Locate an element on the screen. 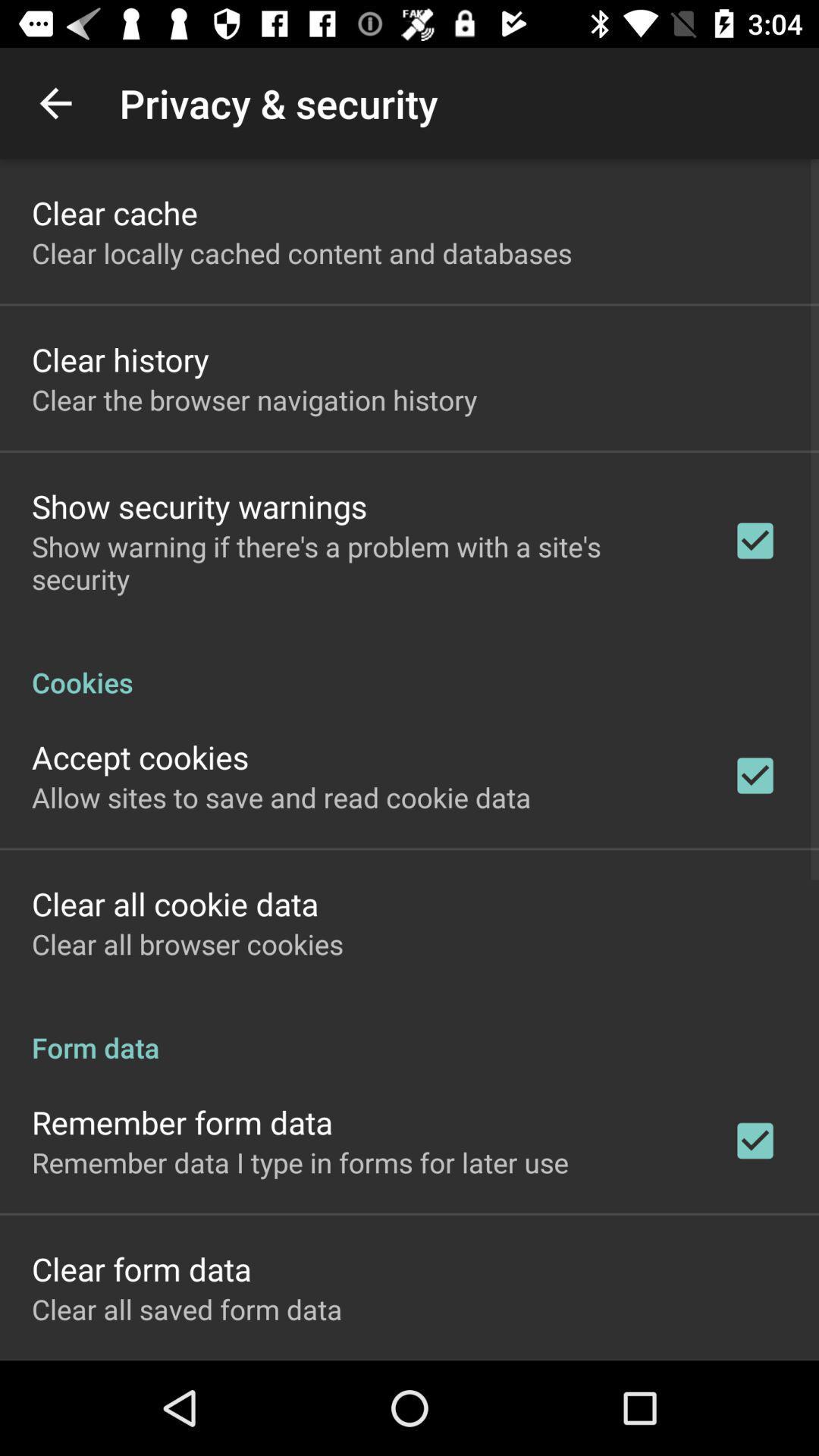 This screenshot has width=819, height=1456. item below show security warnings is located at coordinates (362, 562).